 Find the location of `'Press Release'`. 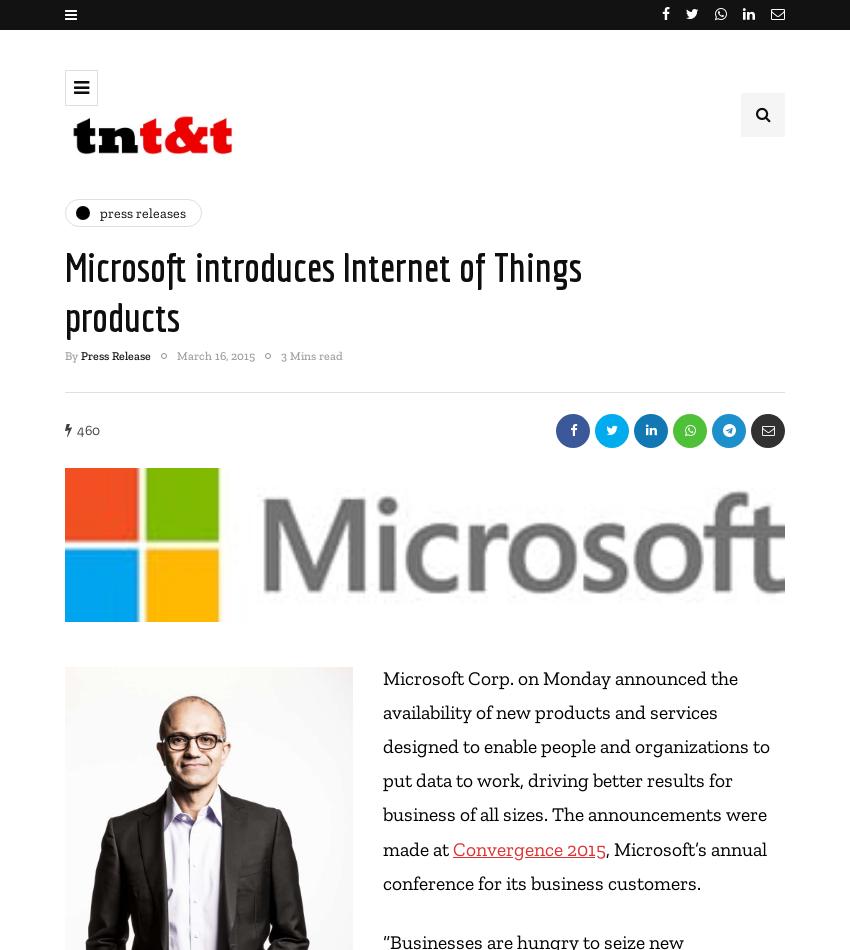

'Press Release' is located at coordinates (115, 354).